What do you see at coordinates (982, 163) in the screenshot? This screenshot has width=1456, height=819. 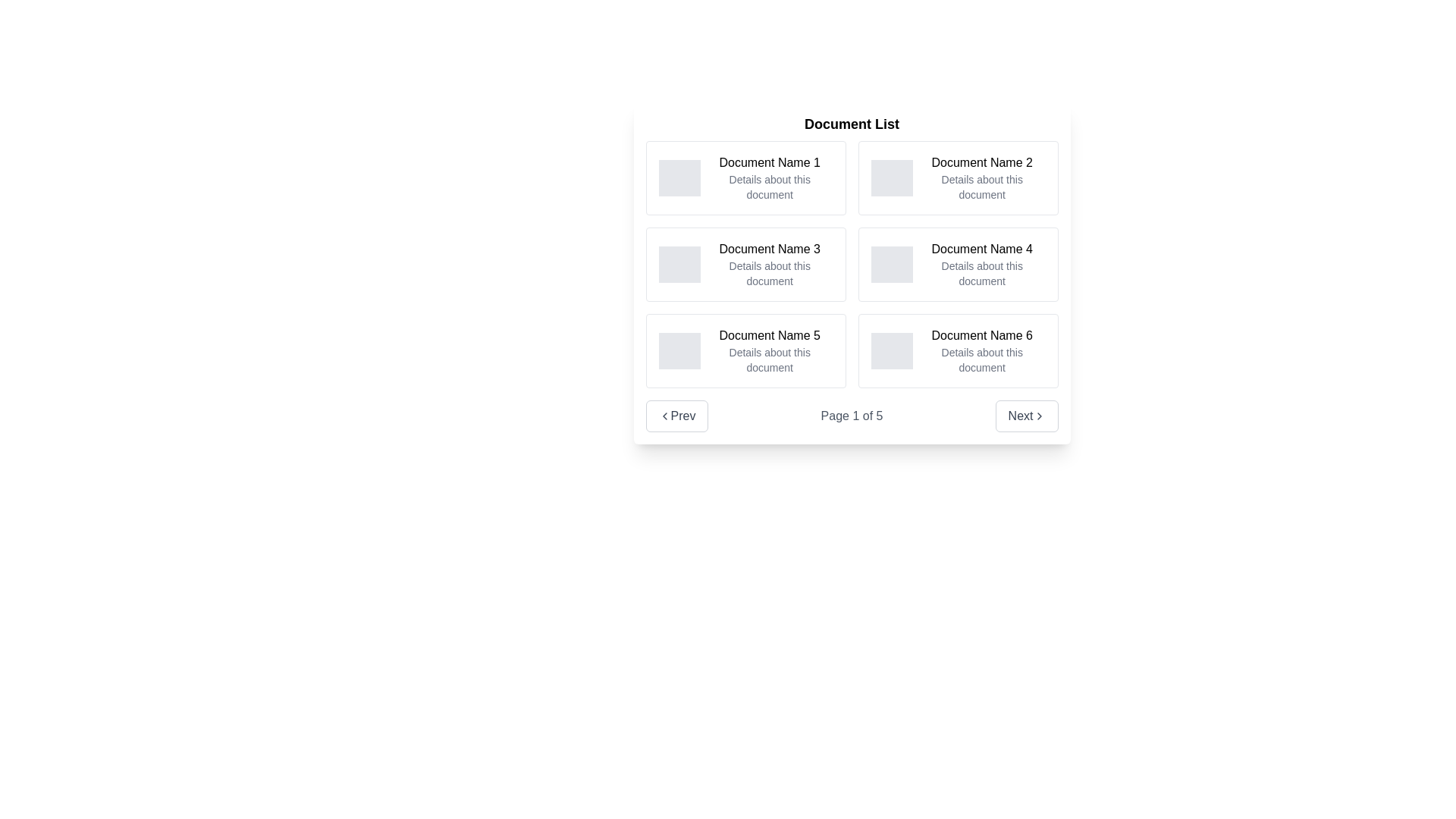 I see `the title text label located at the top of the second document card in the first row, second column of the grid layout` at bounding box center [982, 163].